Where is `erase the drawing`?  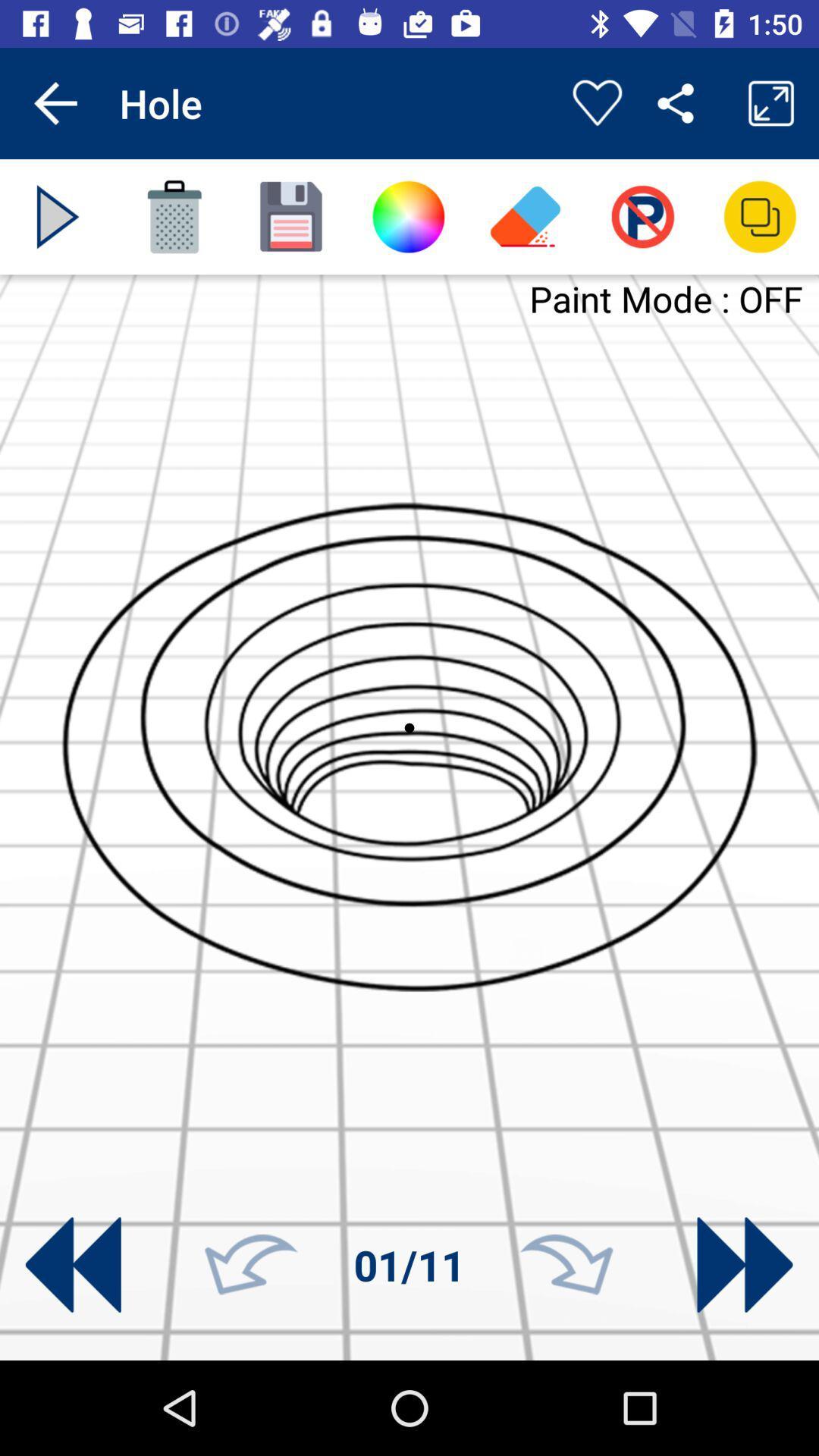 erase the drawing is located at coordinates (174, 216).